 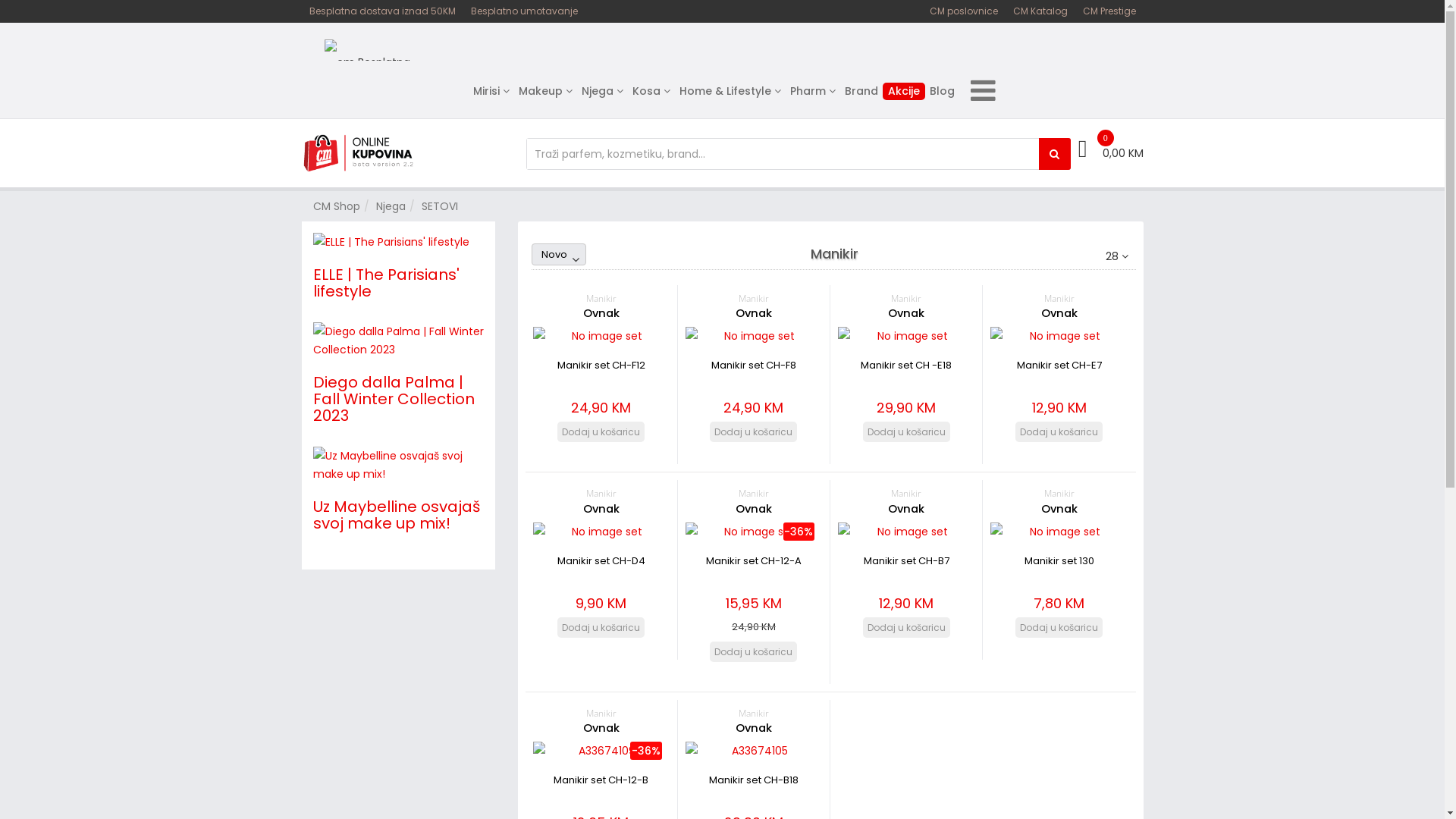 I want to click on 'Makeup', so click(x=545, y=91).